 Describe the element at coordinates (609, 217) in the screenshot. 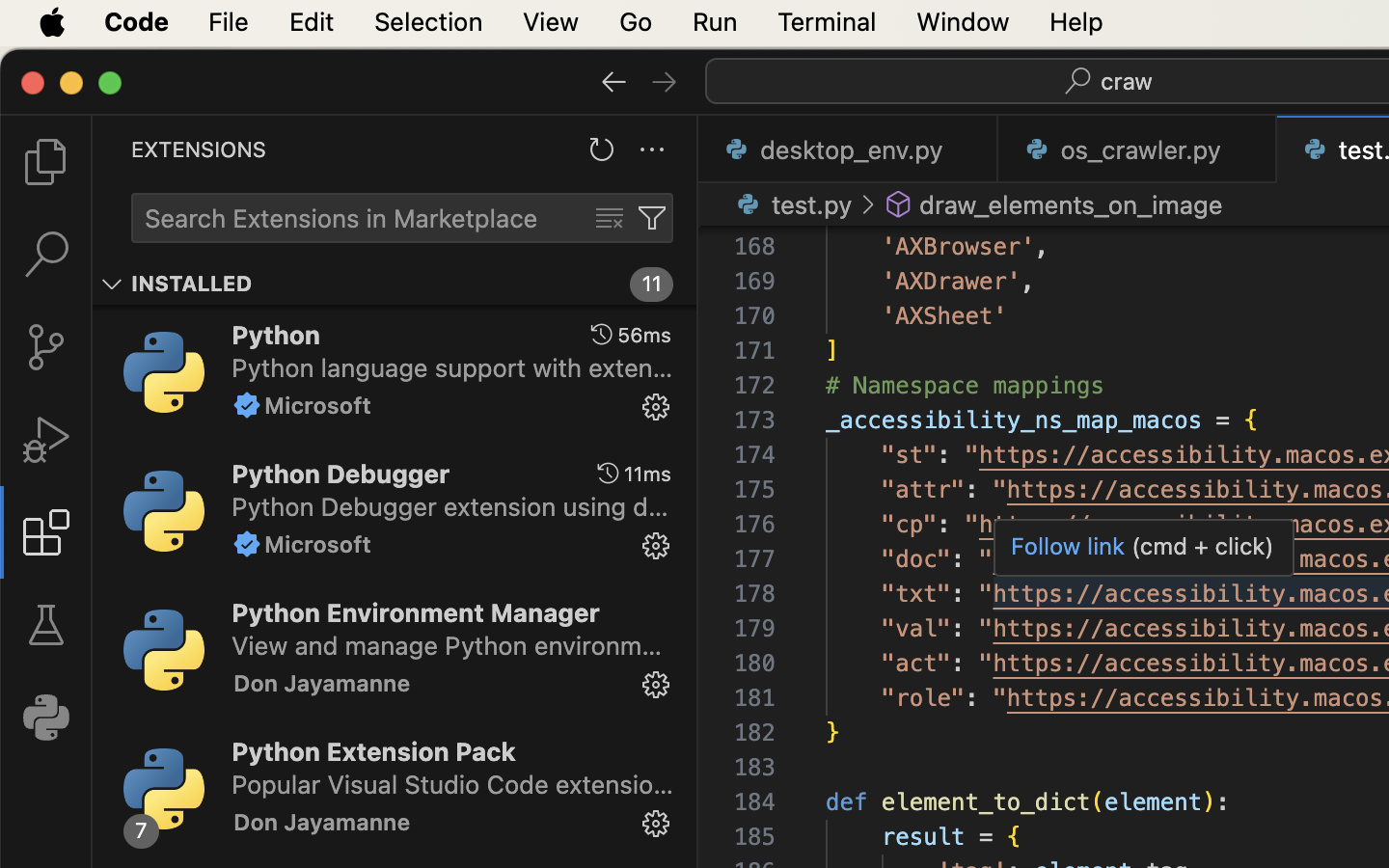

I see `''` at that location.